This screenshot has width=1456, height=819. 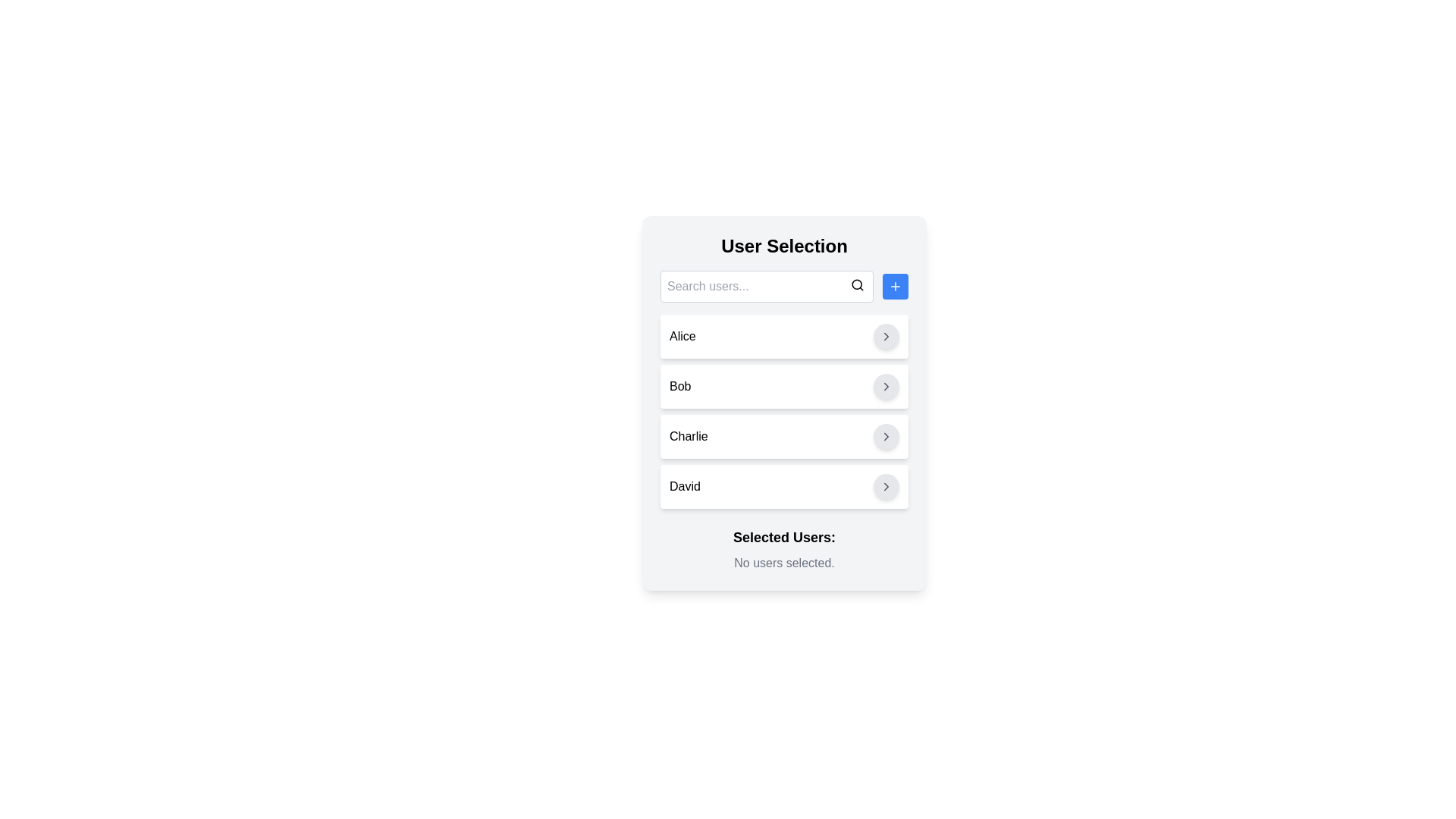 I want to click on keyboard navigation, so click(x=784, y=335).